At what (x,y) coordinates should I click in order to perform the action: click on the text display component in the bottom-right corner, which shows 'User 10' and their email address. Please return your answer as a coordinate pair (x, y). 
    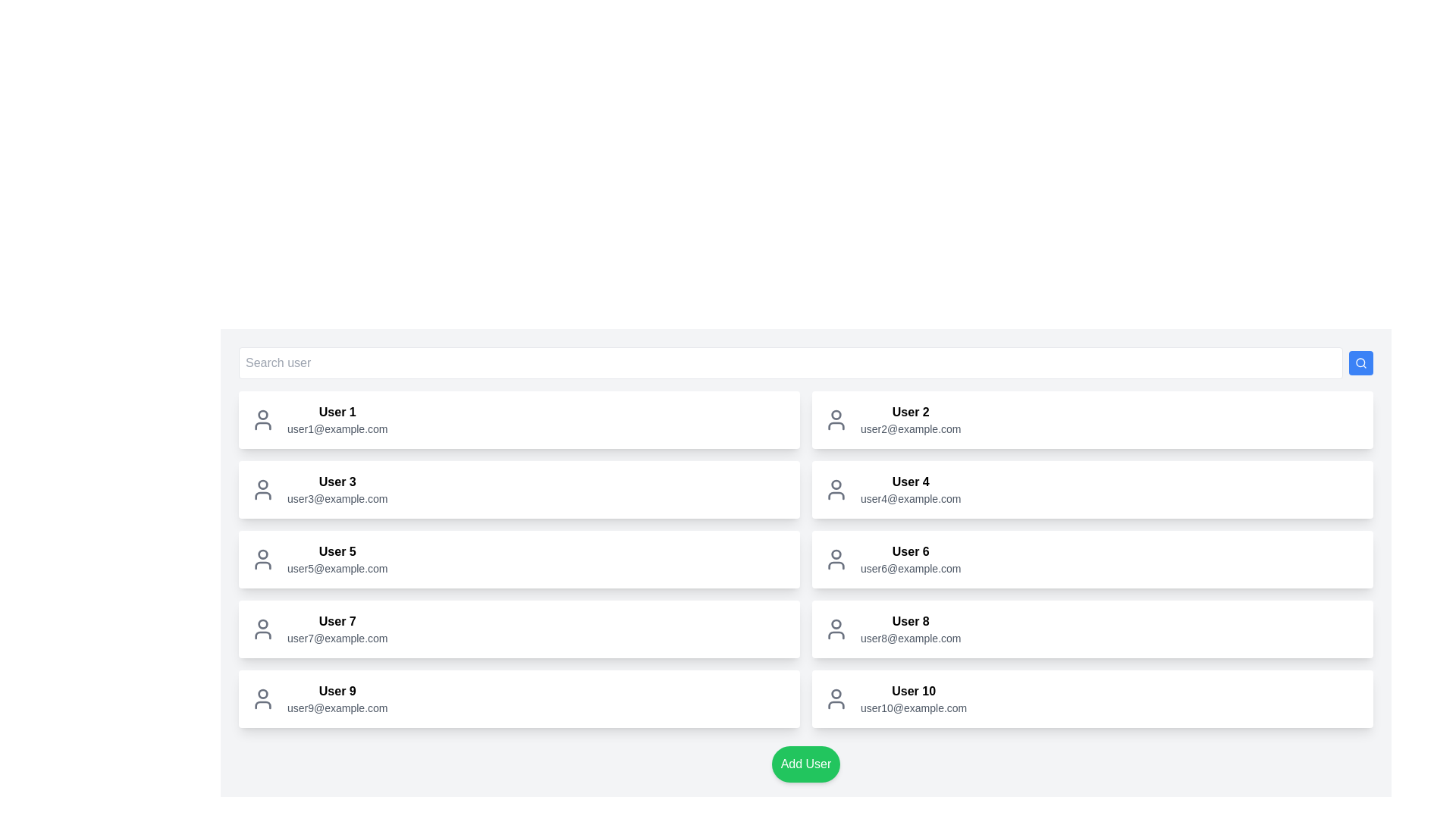
    Looking at the image, I should click on (913, 698).